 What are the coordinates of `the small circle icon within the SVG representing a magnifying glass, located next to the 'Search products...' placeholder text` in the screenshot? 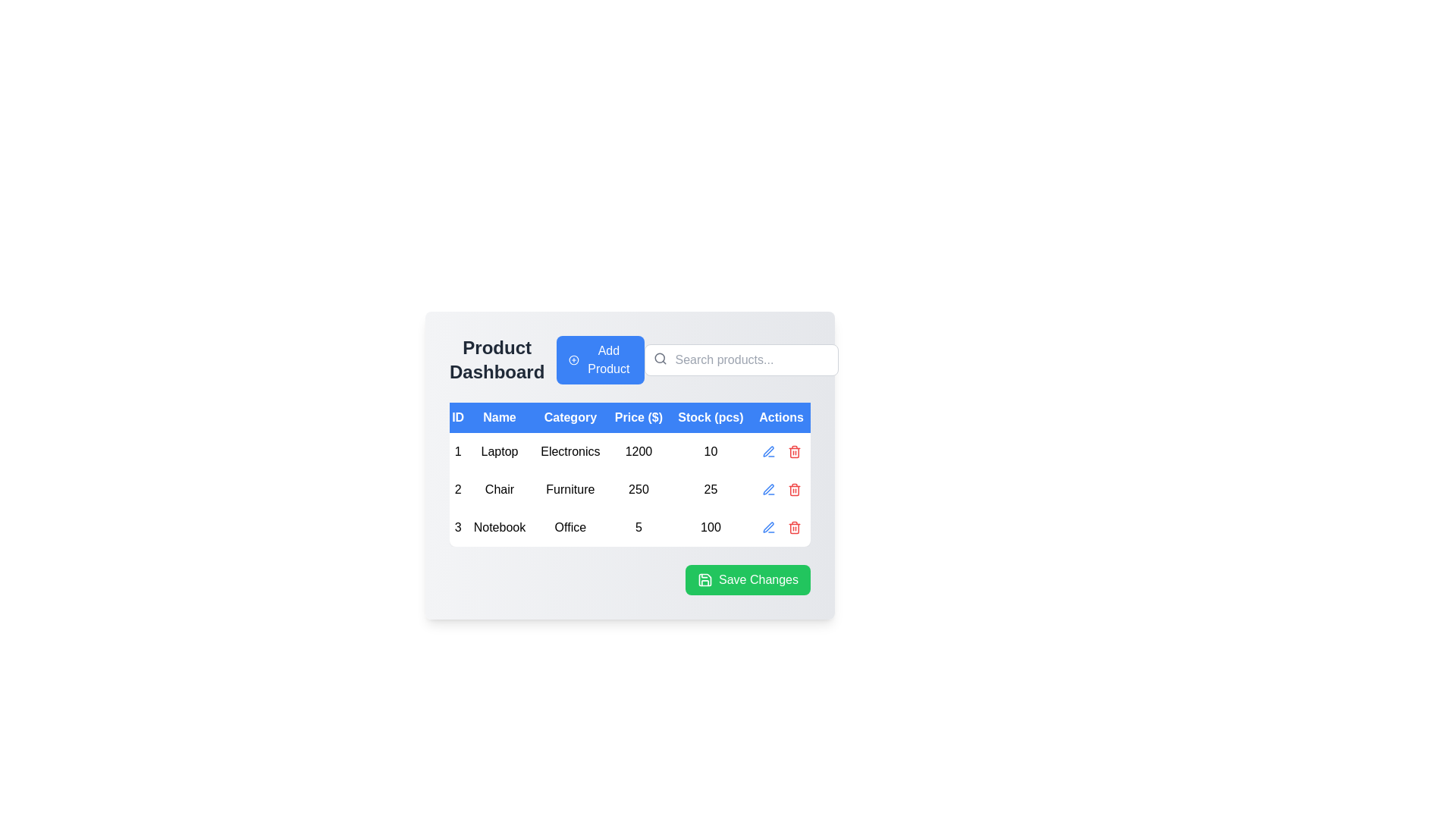 It's located at (659, 358).